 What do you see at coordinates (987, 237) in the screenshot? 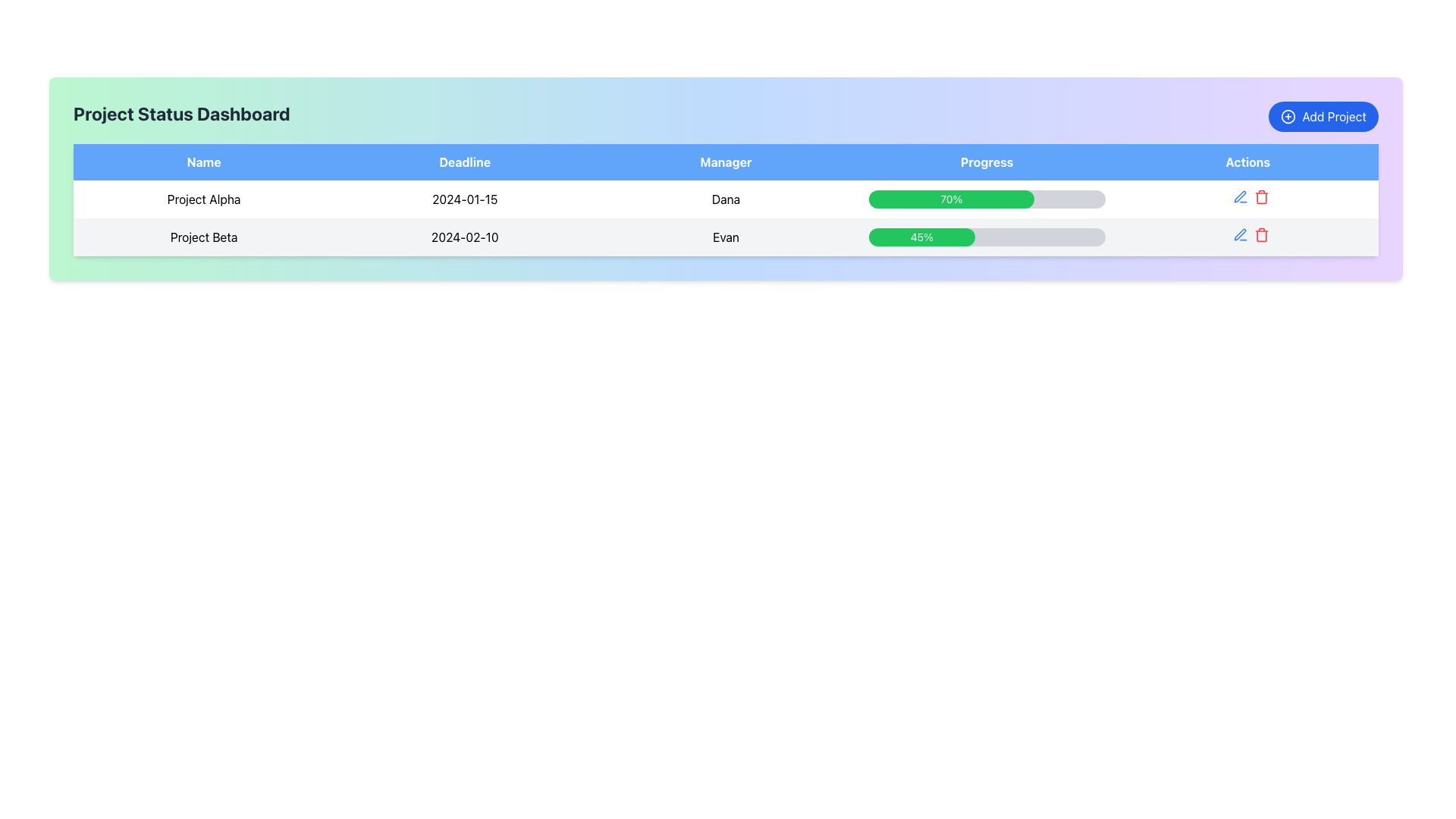
I see `the progress bar displaying '45%' in the Progress column of the second row` at bounding box center [987, 237].